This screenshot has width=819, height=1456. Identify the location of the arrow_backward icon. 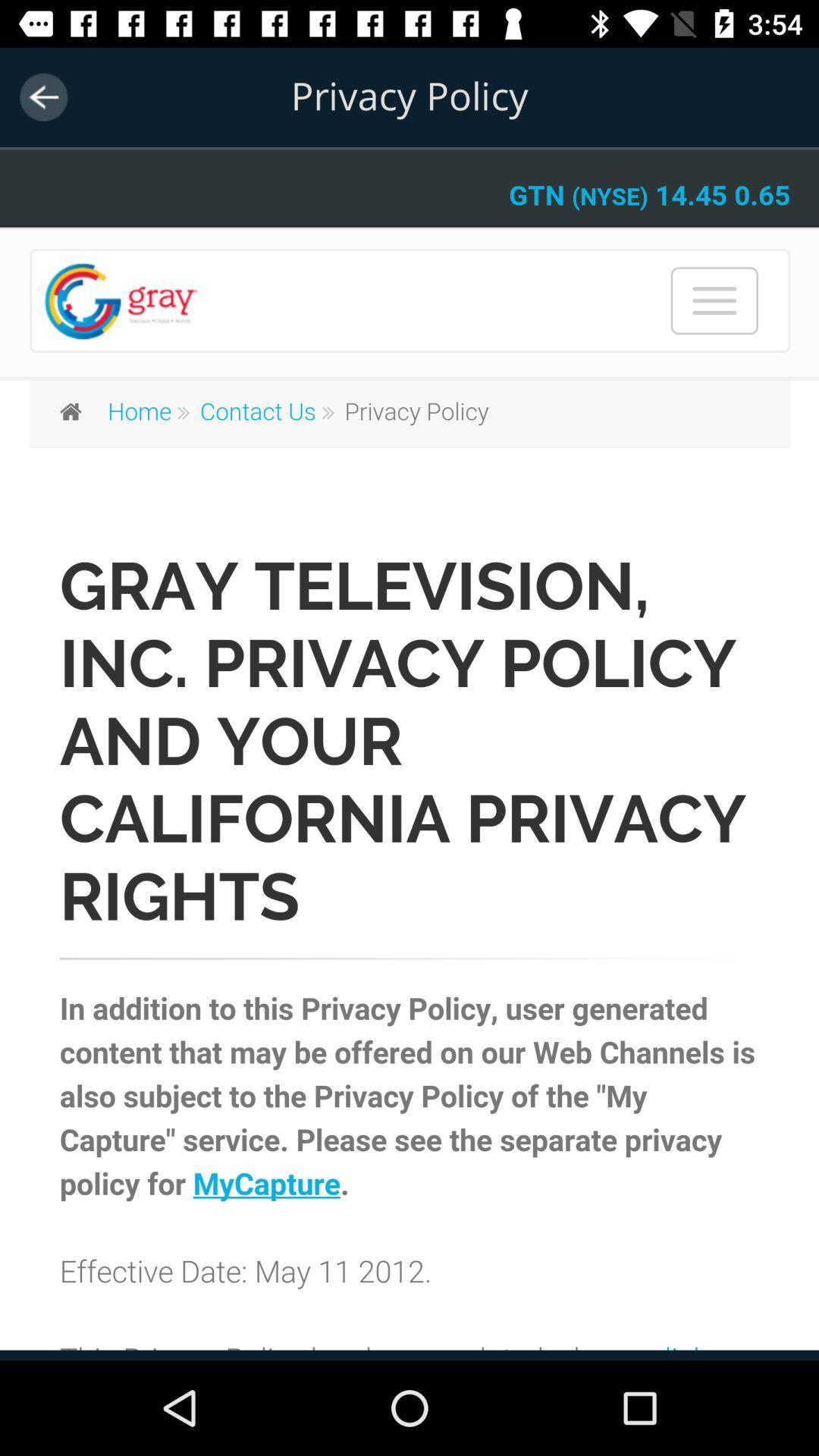
(42, 96).